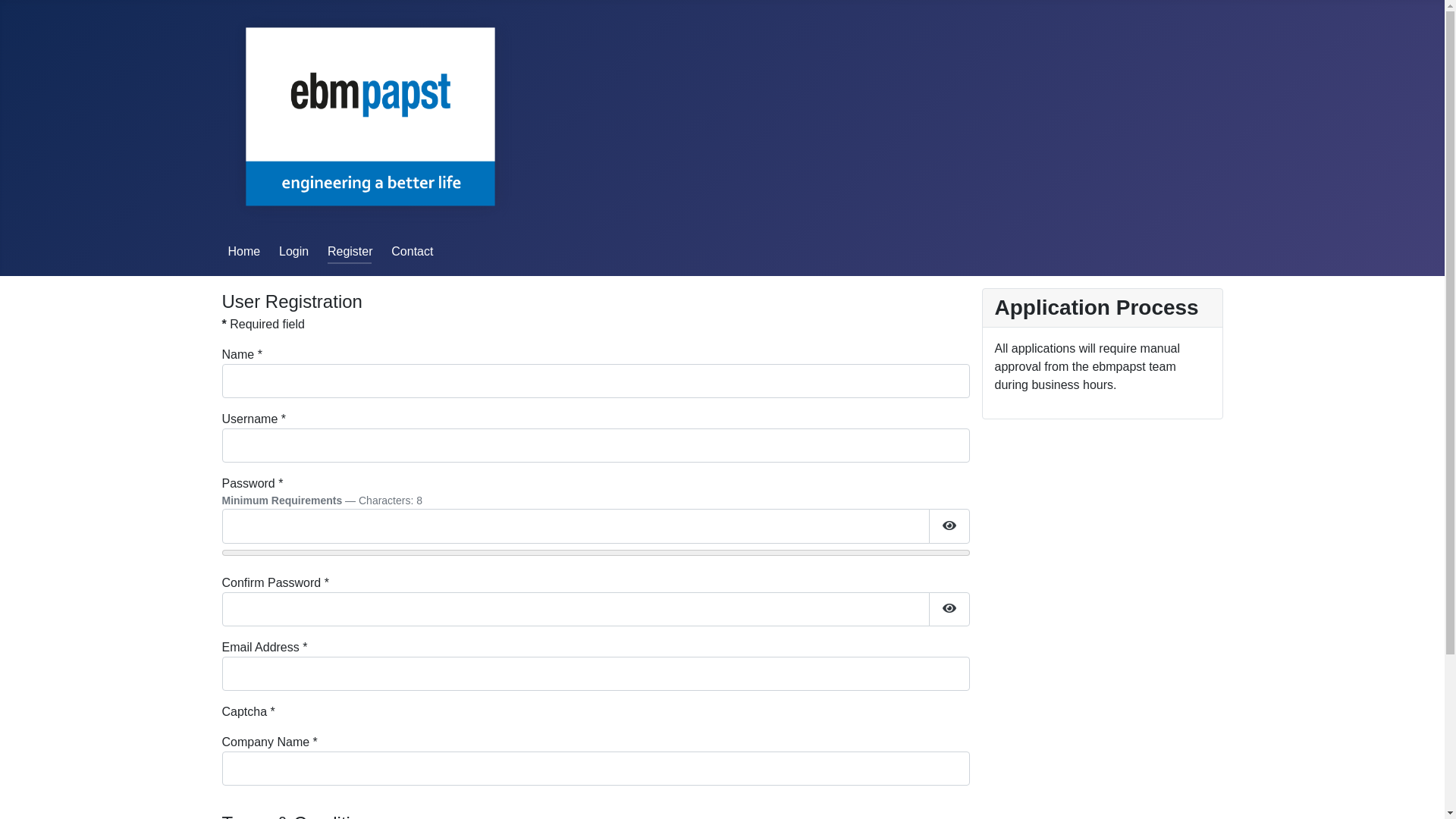 The width and height of the screenshot is (1456, 819). I want to click on 'Login', so click(293, 250).